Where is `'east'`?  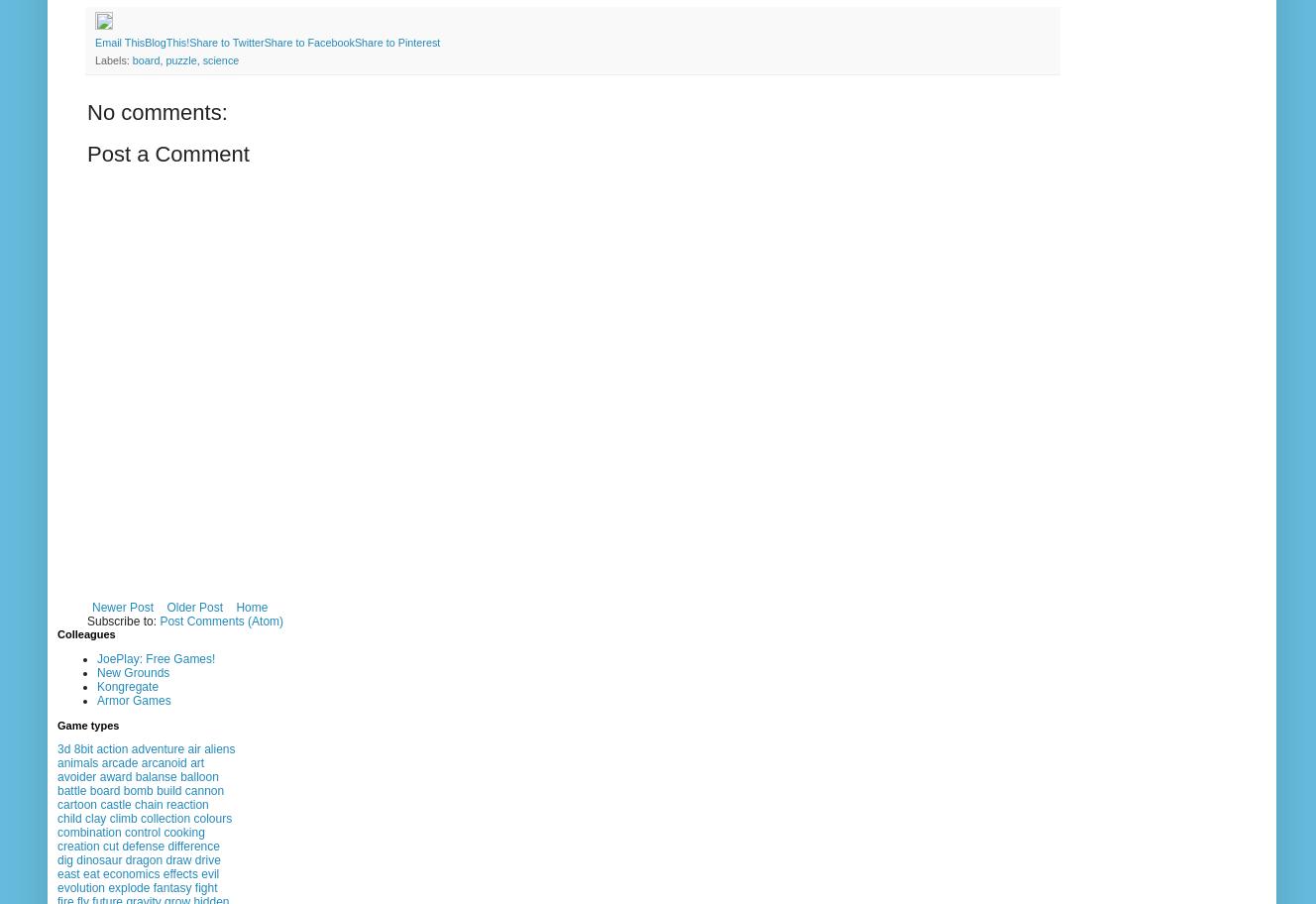 'east' is located at coordinates (68, 872).